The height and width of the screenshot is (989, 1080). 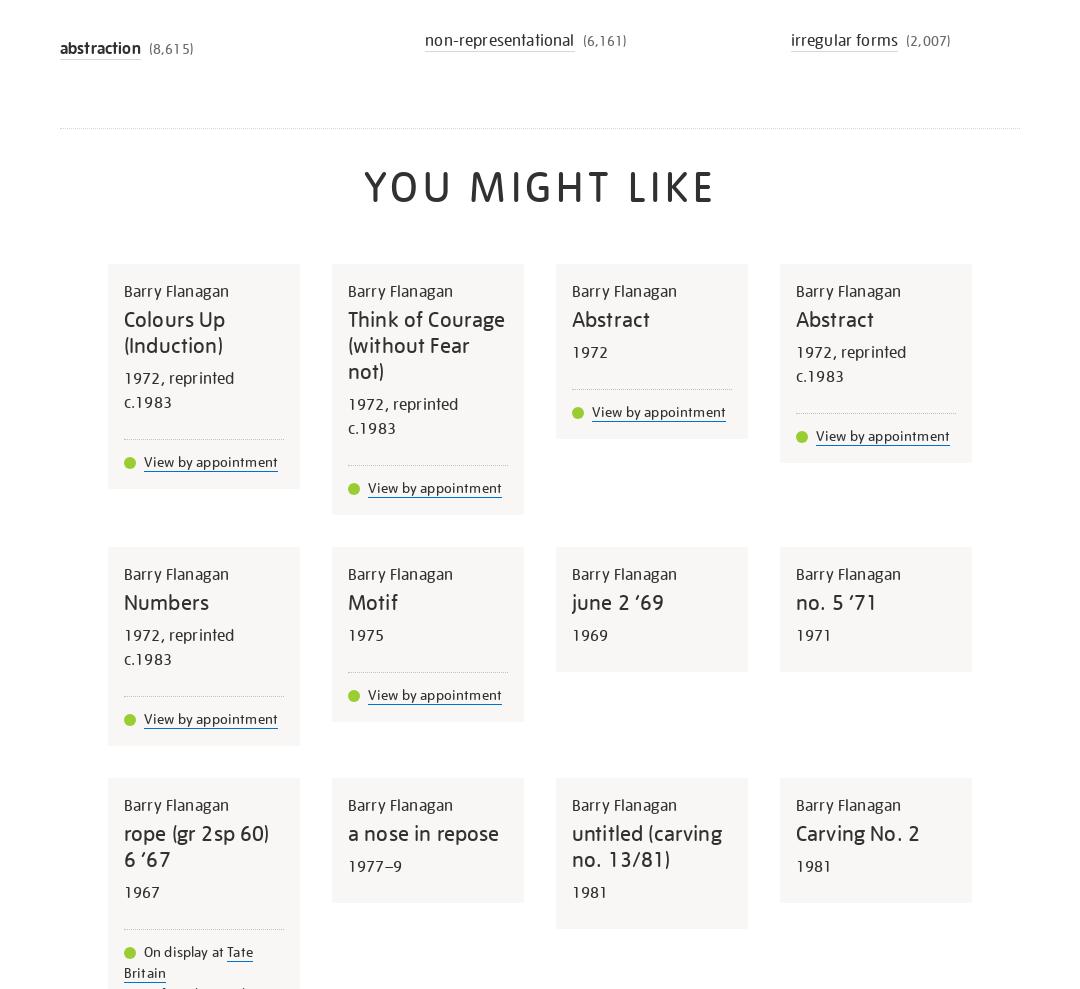 I want to click on 'Colours Up (Induction)', so click(x=173, y=331).